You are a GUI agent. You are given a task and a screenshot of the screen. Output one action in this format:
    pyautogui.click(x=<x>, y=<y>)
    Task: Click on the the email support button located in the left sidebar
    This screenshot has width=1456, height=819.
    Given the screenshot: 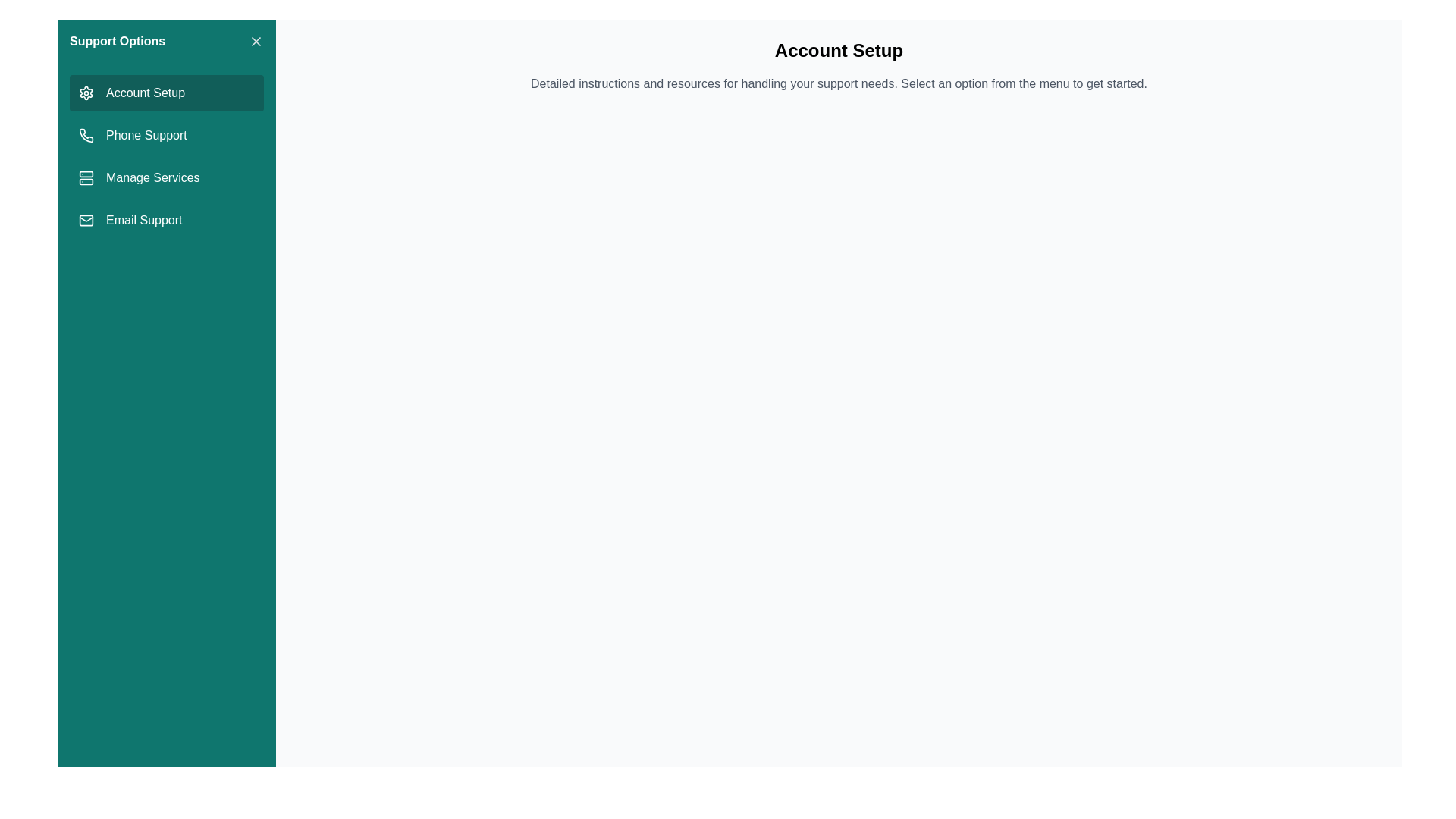 What is the action you would take?
    pyautogui.click(x=167, y=220)
    